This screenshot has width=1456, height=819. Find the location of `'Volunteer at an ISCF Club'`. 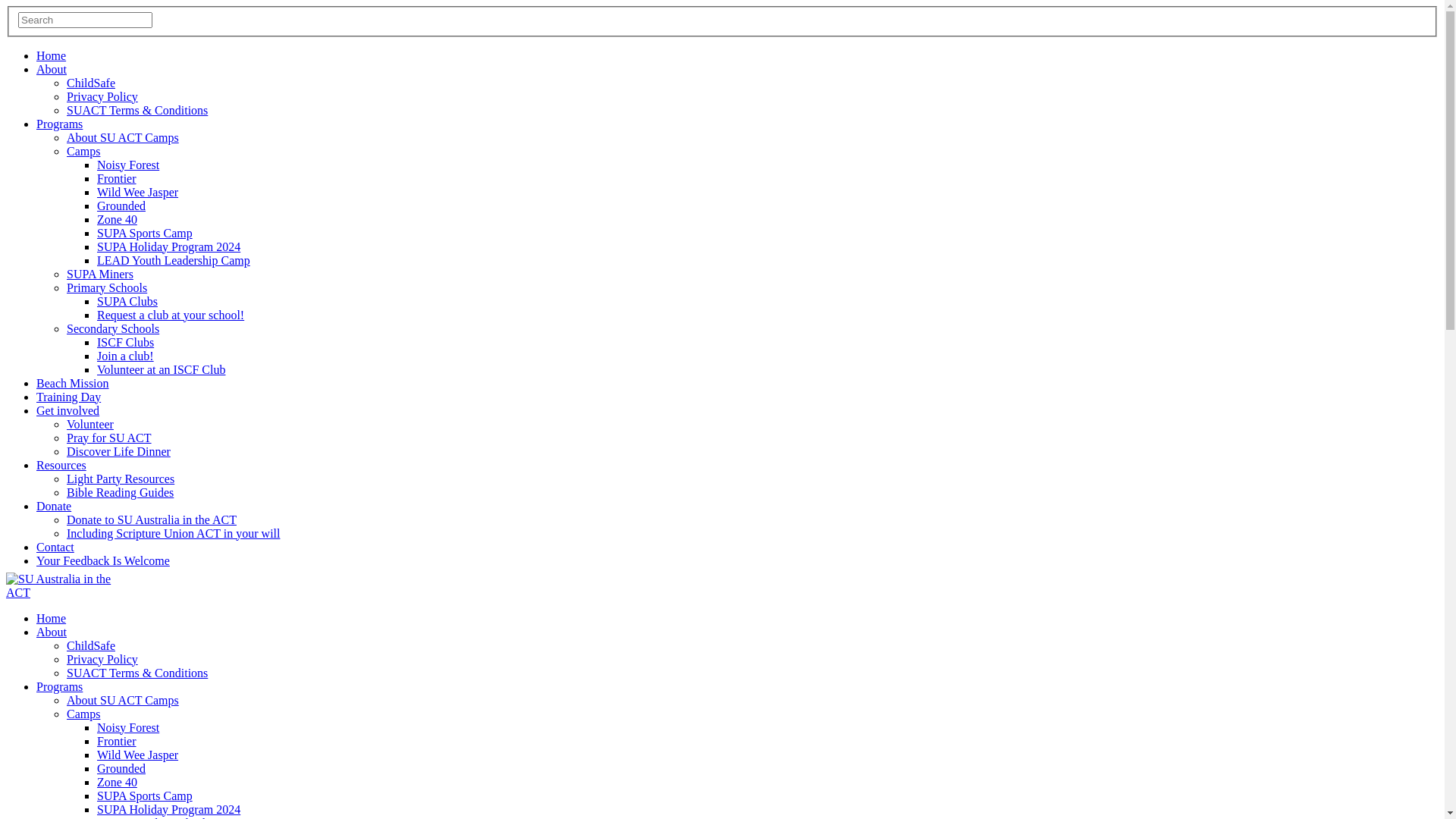

'Volunteer at an ISCF Club' is located at coordinates (96, 369).